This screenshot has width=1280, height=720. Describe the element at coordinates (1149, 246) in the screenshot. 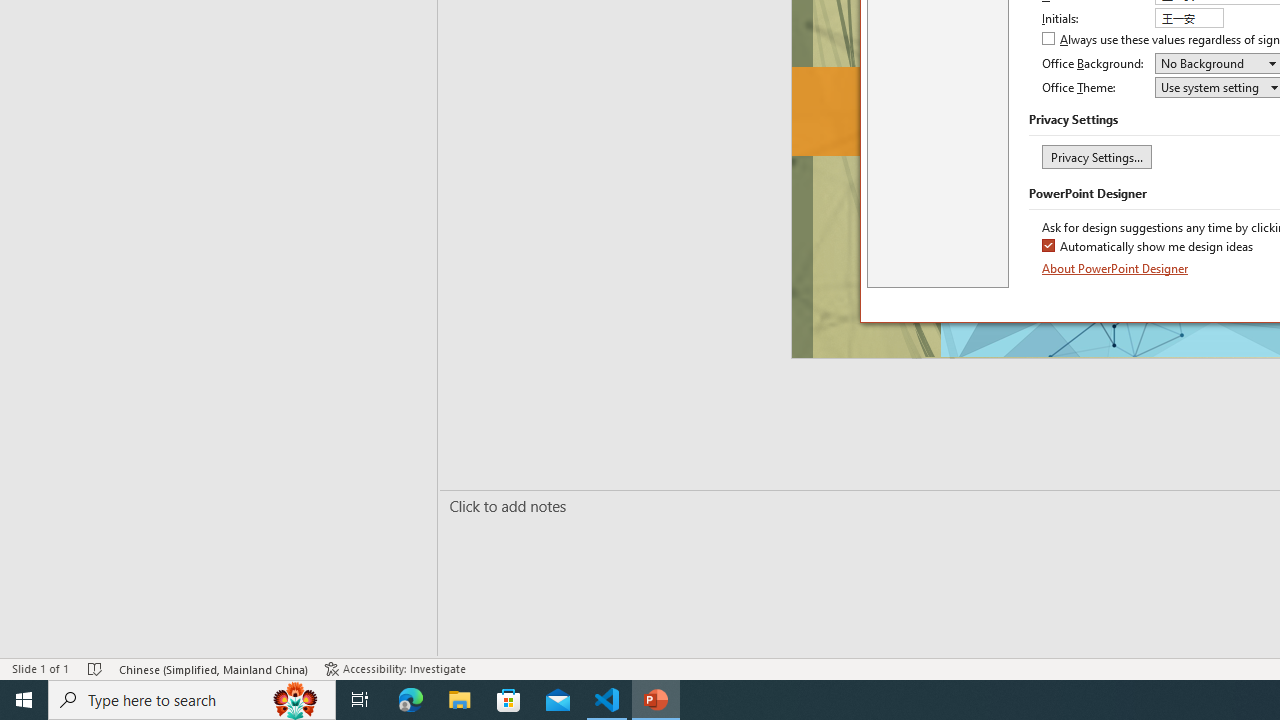

I see `'Automatically show me design ideas'` at that location.